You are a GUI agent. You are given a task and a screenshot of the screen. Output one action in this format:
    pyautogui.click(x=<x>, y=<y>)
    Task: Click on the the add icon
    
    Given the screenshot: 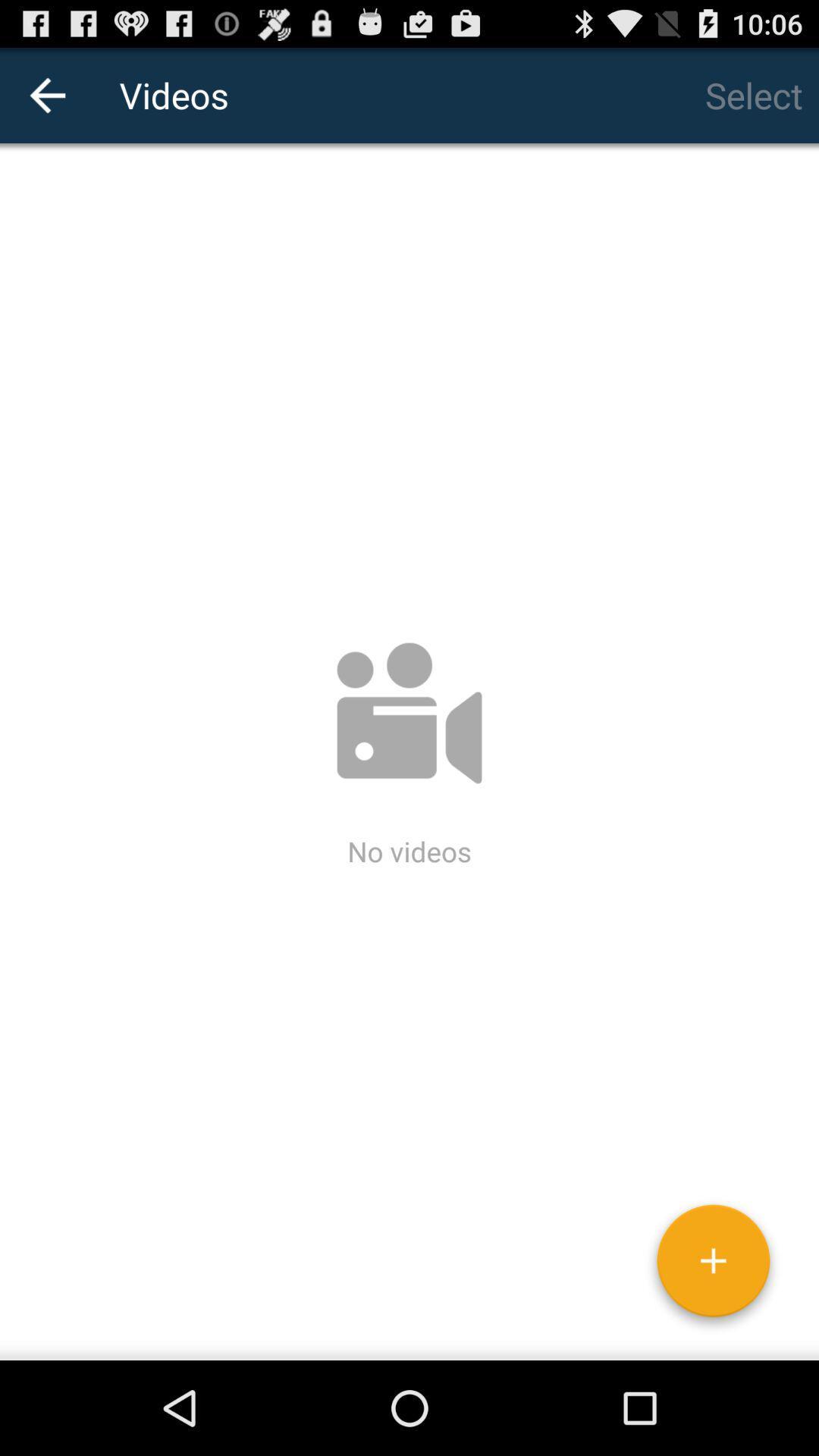 What is the action you would take?
    pyautogui.click(x=713, y=1355)
    